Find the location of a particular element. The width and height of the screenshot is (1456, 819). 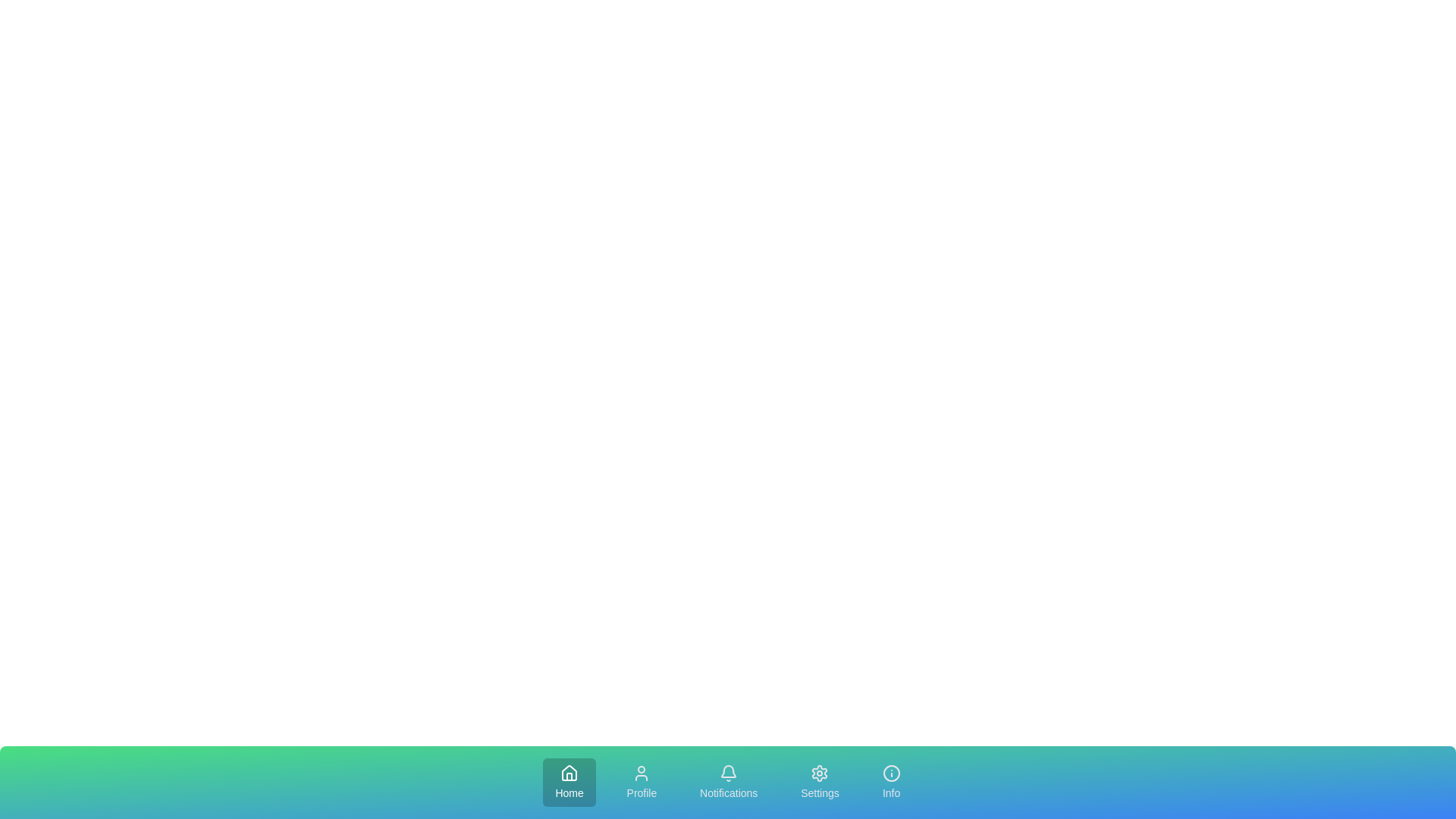

the Settings tab in the navigation bar is located at coordinates (818, 783).